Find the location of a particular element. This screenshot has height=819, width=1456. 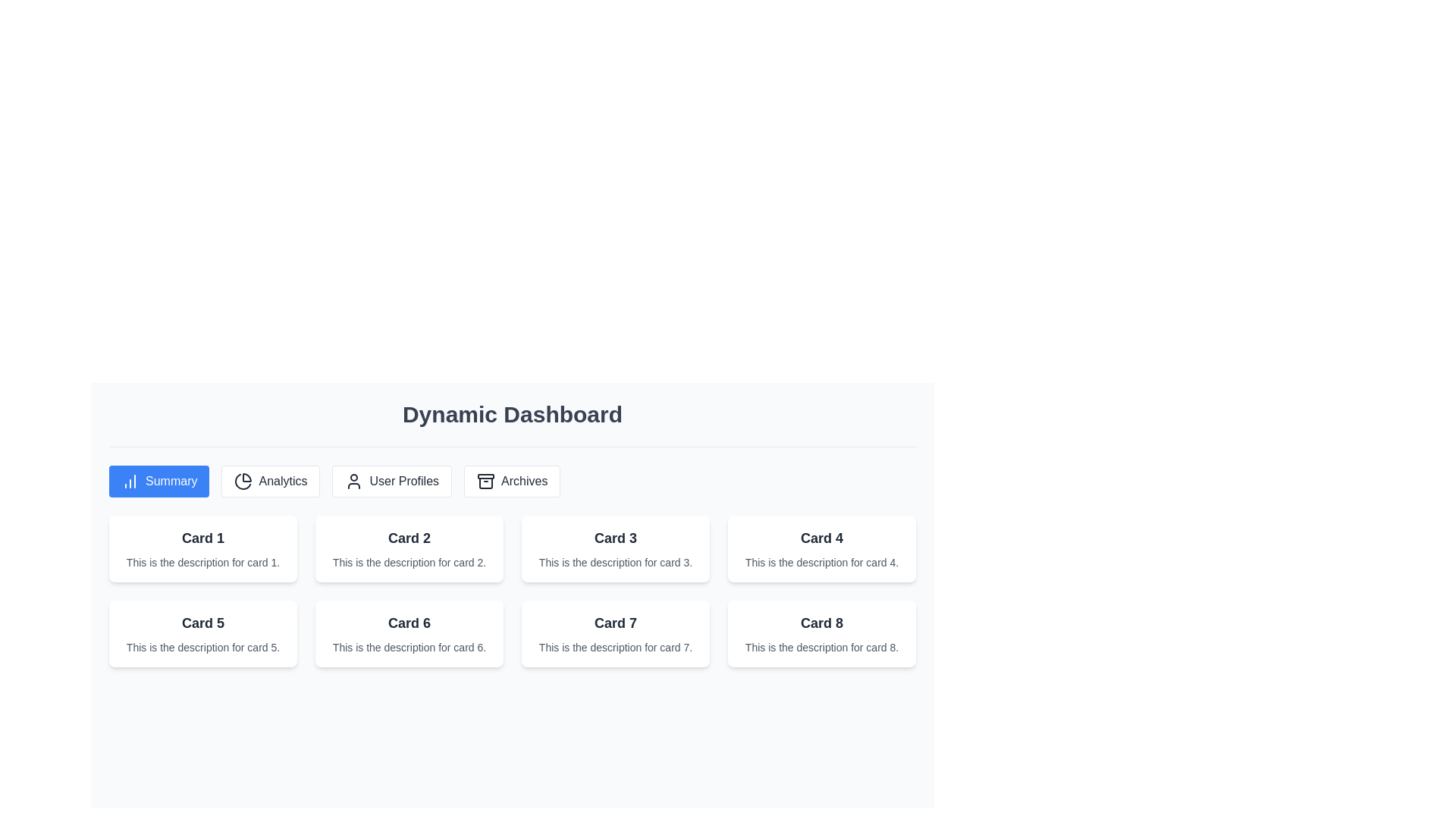

the Text Label that provides additional information about 'Card 7', located beneath the card's title in the 4x2 grid layout is located at coordinates (615, 647).